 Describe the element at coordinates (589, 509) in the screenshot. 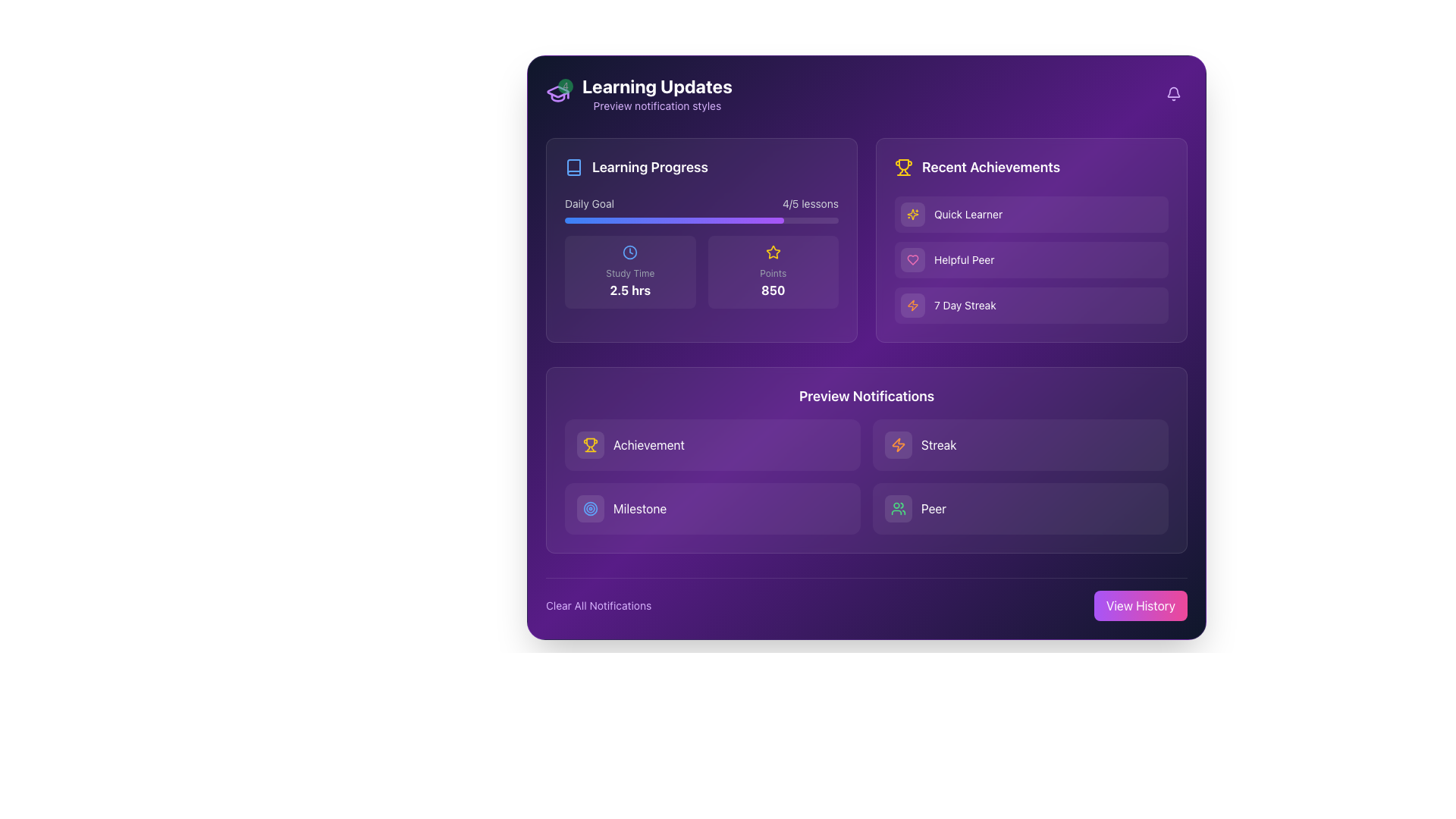

I see `the outer circular graphical component of the target-like icon located below the 'Preview Notifications' section` at that location.